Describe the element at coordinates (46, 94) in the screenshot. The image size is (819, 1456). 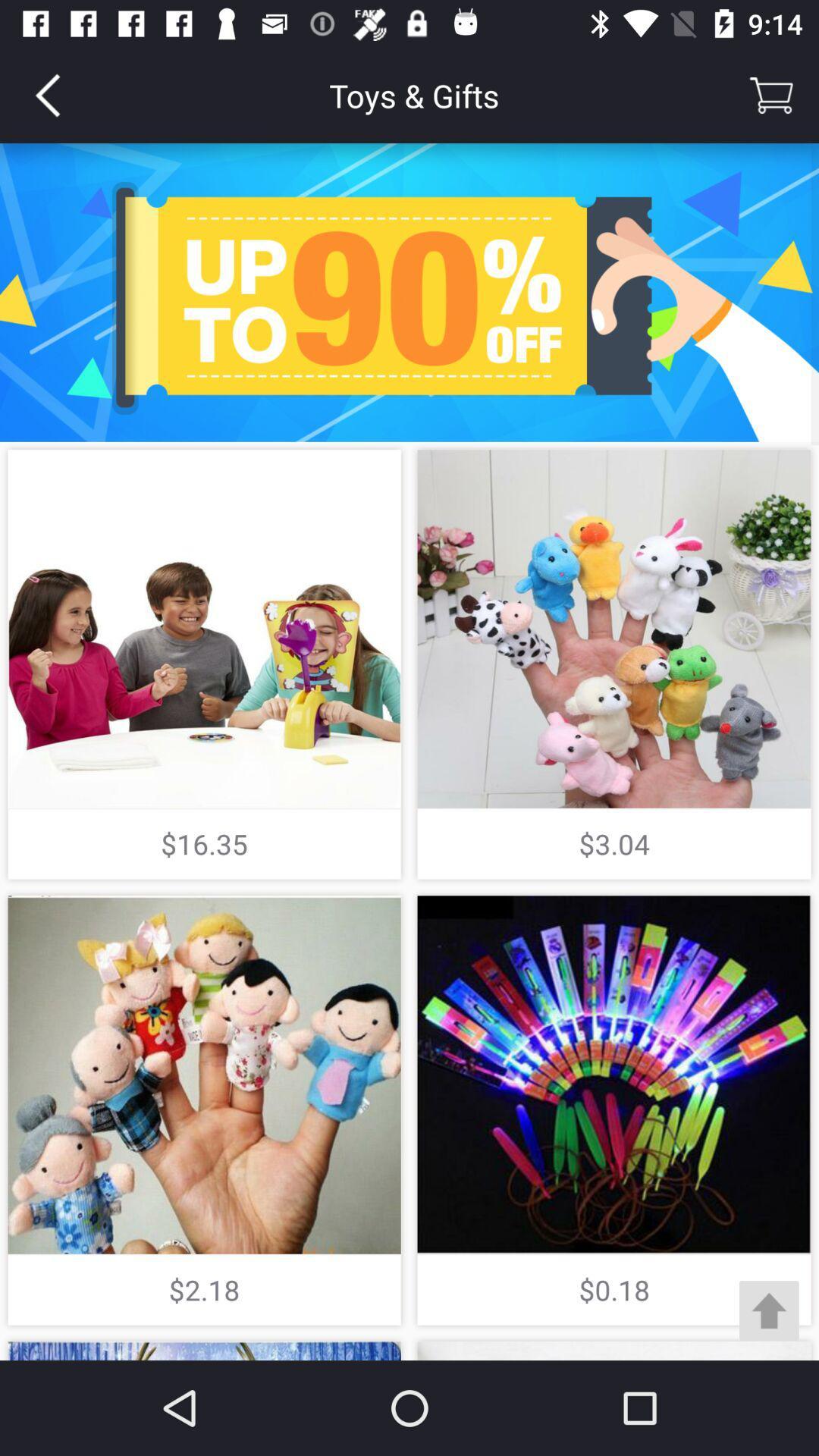
I see `the arrow_backward icon` at that location.